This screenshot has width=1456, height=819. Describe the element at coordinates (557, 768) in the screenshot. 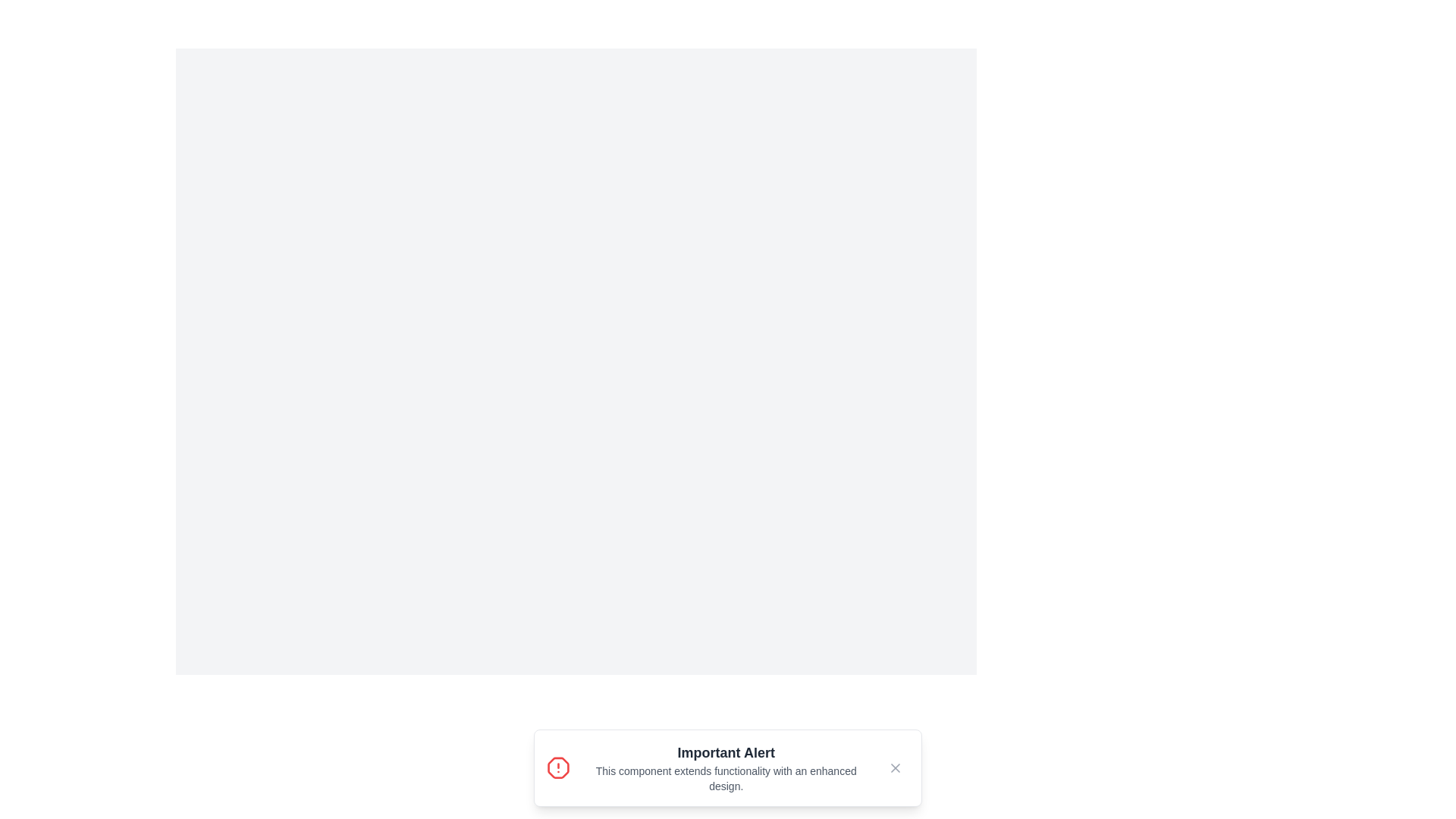

I see `the notification icon to interact with it` at that location.